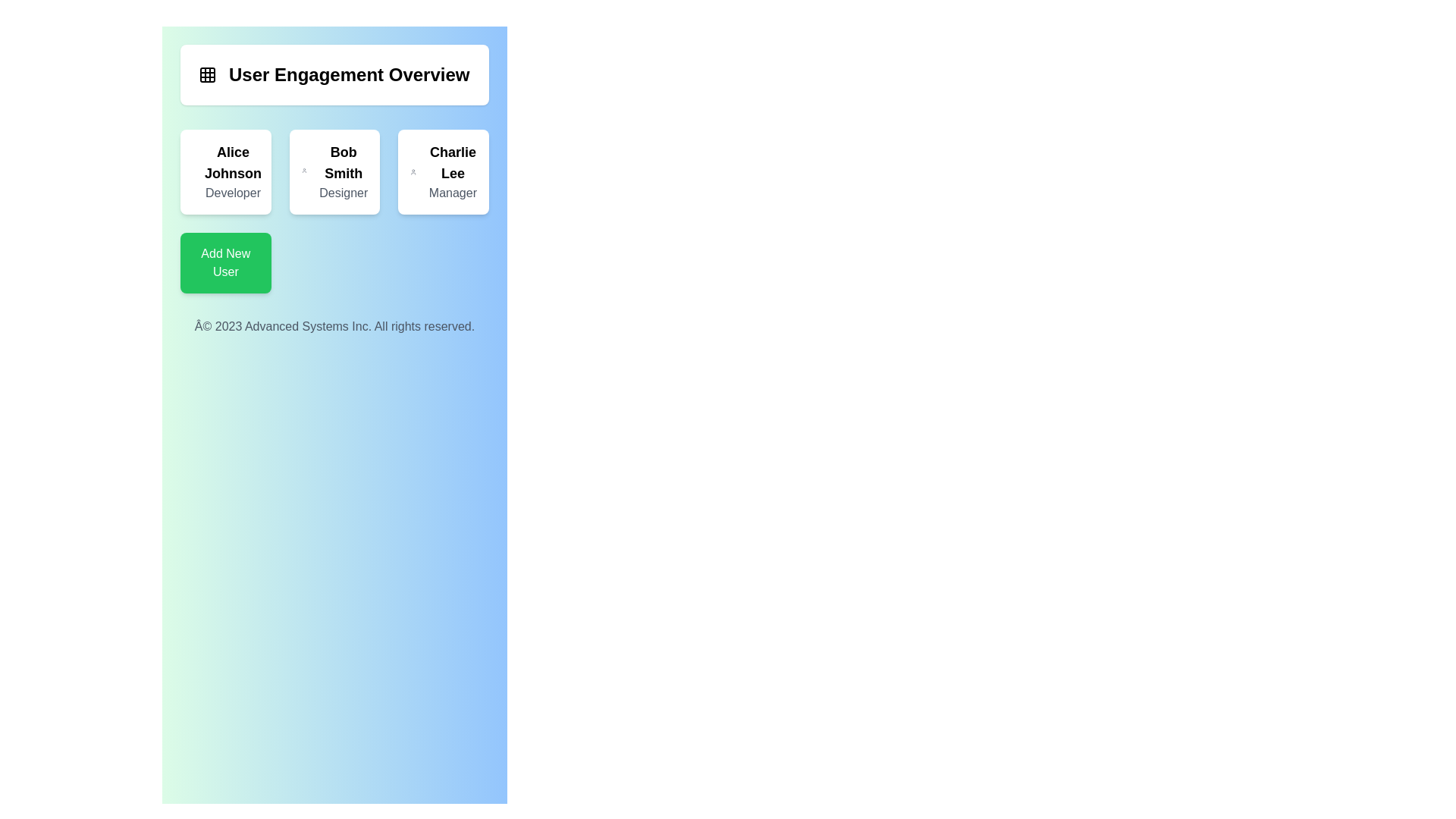 The width and height of the screenshot is (1456, 819). What do you see at coordinates (206, 75) in the screenshot?
I see `the icon located to the left of the header text 'User Engagement Overview'` at bounding box center [206, 75].